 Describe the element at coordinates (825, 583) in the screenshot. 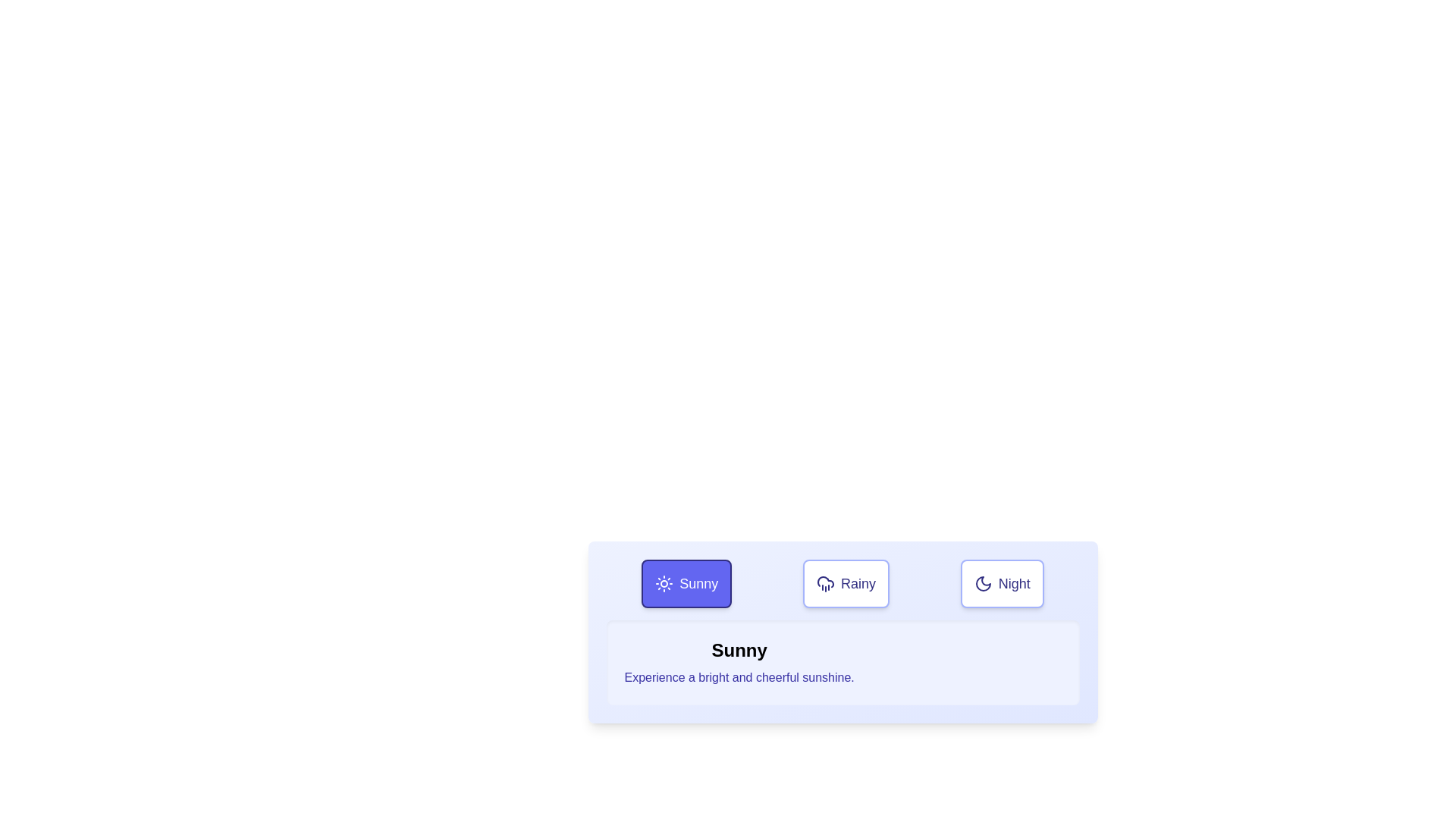

I see `the rainy weather icon located above the 'Rainy' button, which is part of a trio of buttons labeled 'Sunny', 'Rainy', and 'Night'` at that location.